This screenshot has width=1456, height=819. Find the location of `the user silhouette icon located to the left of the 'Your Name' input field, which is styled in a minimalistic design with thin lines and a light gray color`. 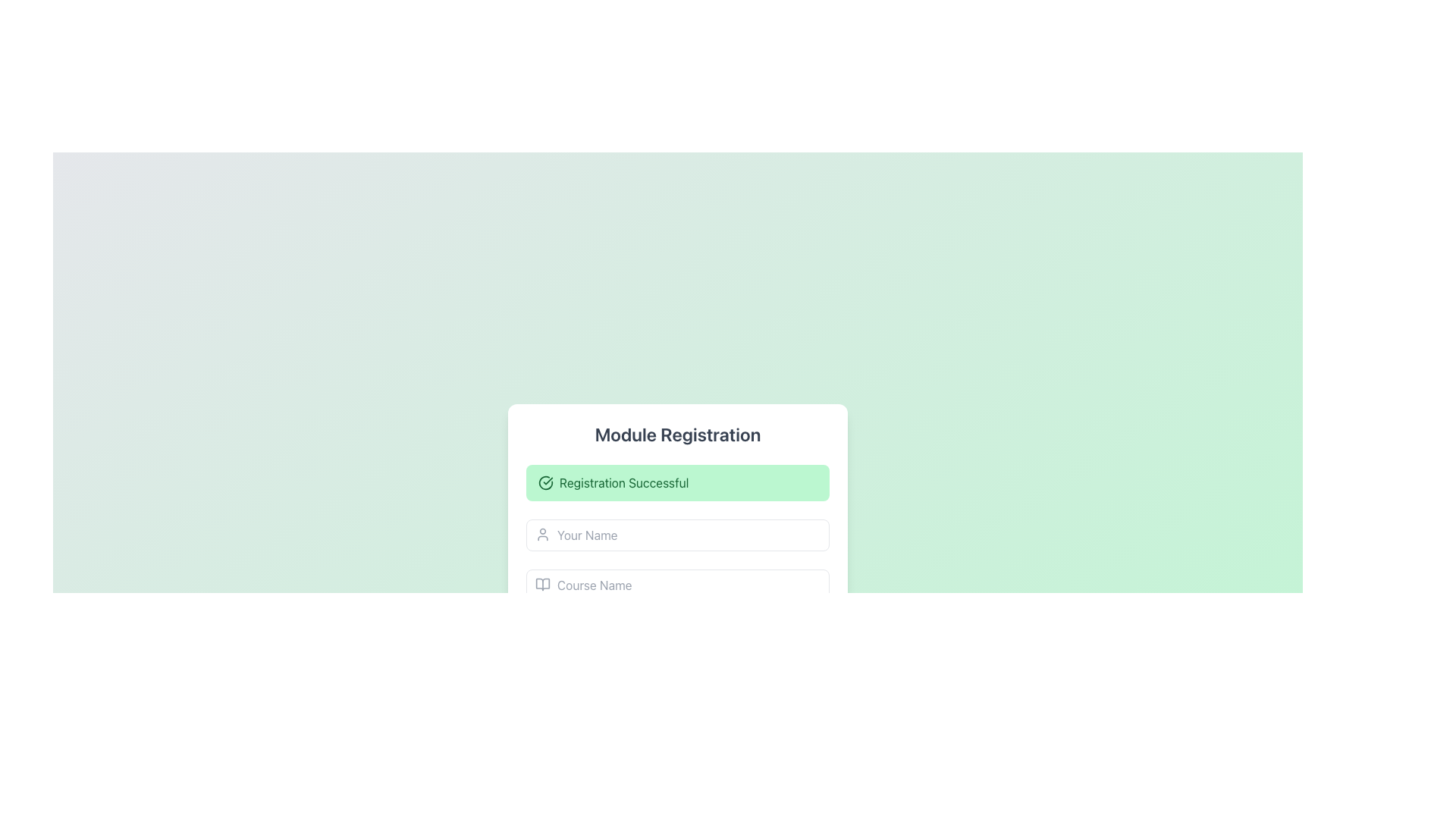

the user silhouette icon located to the left of the 'Your Name' input field, which is styled in a minimalistic design with thin lines and a light gray color is located at coordinates (542, 534).